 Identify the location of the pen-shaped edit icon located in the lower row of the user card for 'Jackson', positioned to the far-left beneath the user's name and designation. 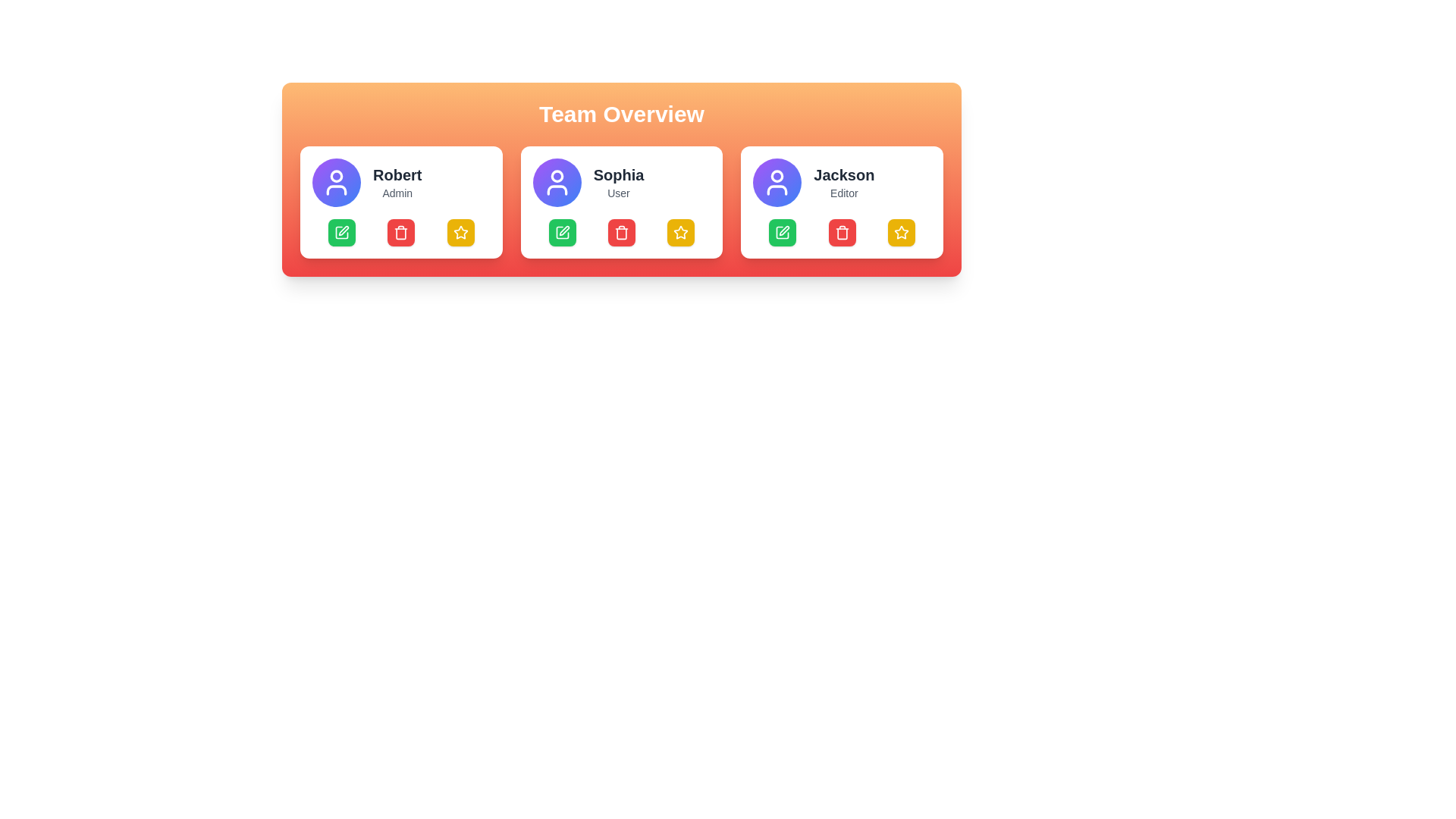
(784, 231).